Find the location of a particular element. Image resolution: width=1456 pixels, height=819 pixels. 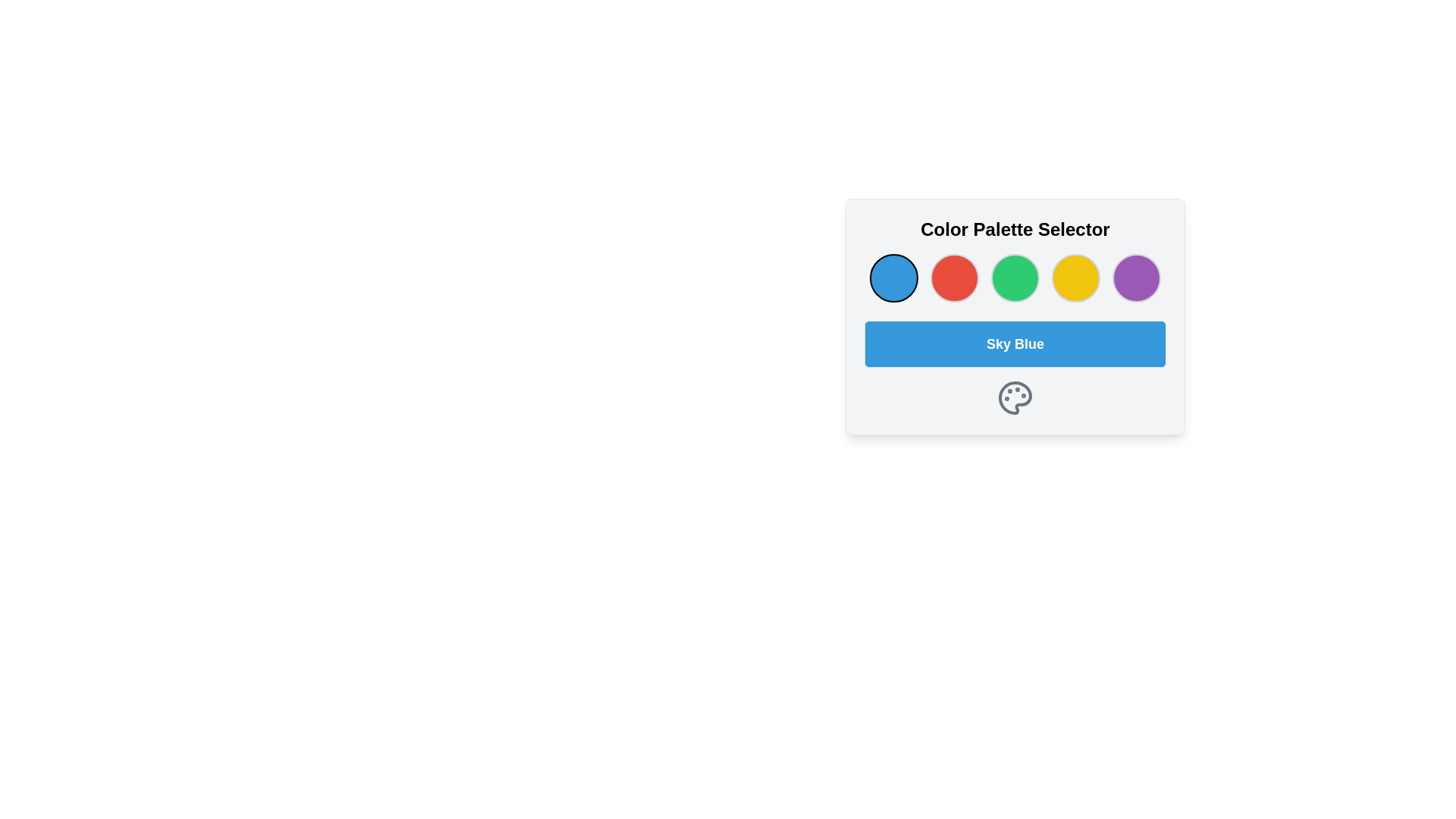

the 'Sky Blue' text label button, which is a rectangular button with rounded corners, featuring a solid blue background and white bold text, located centrally at the bottom of the 'Color Palette Selector' panel is located at coordinates (1015, 344).